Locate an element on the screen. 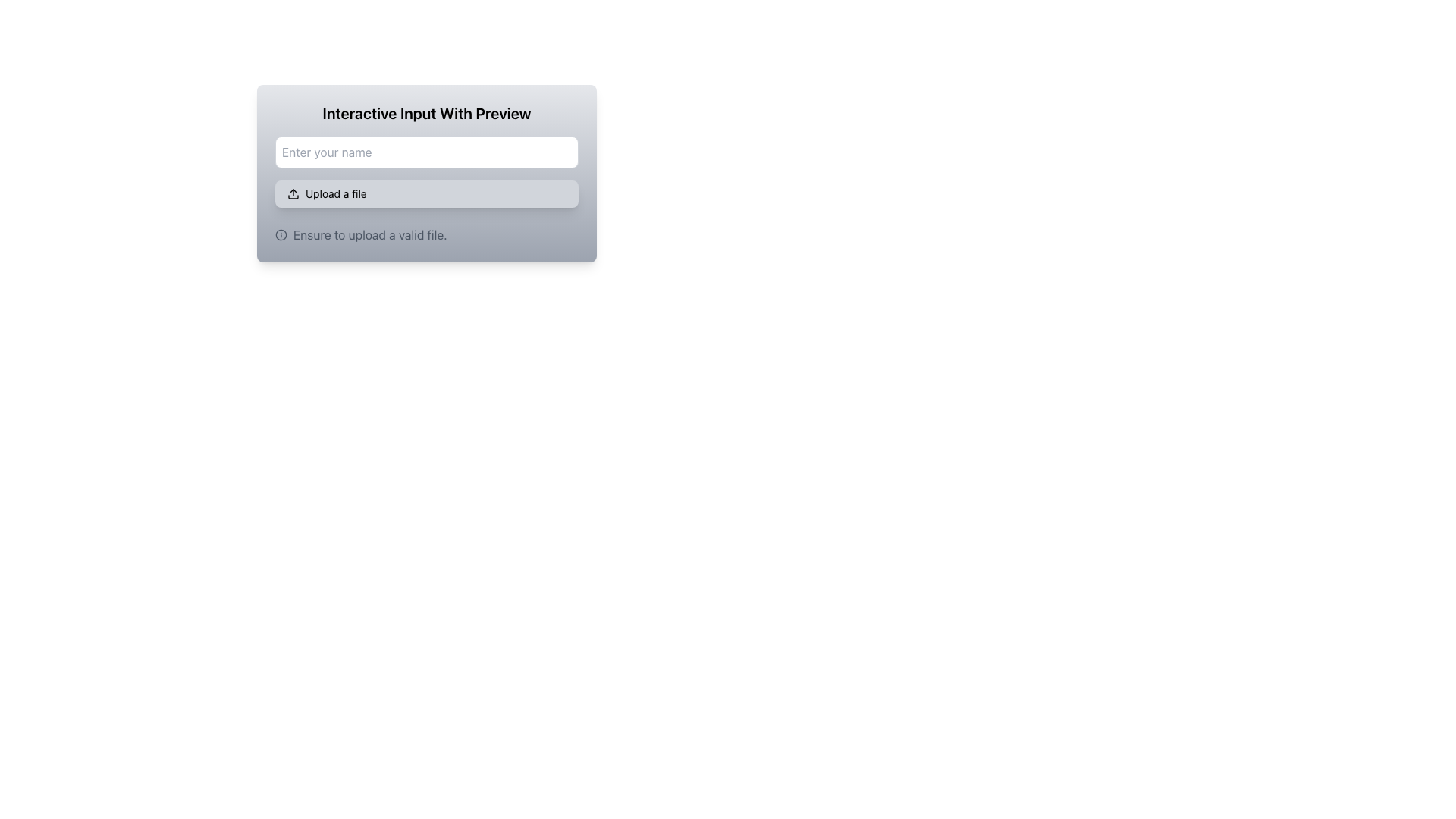  the upload icon, which is a small SVG graphic depicting an upward arrow, located within the 'Upload a file' button component is located at coordinates (293, 193).